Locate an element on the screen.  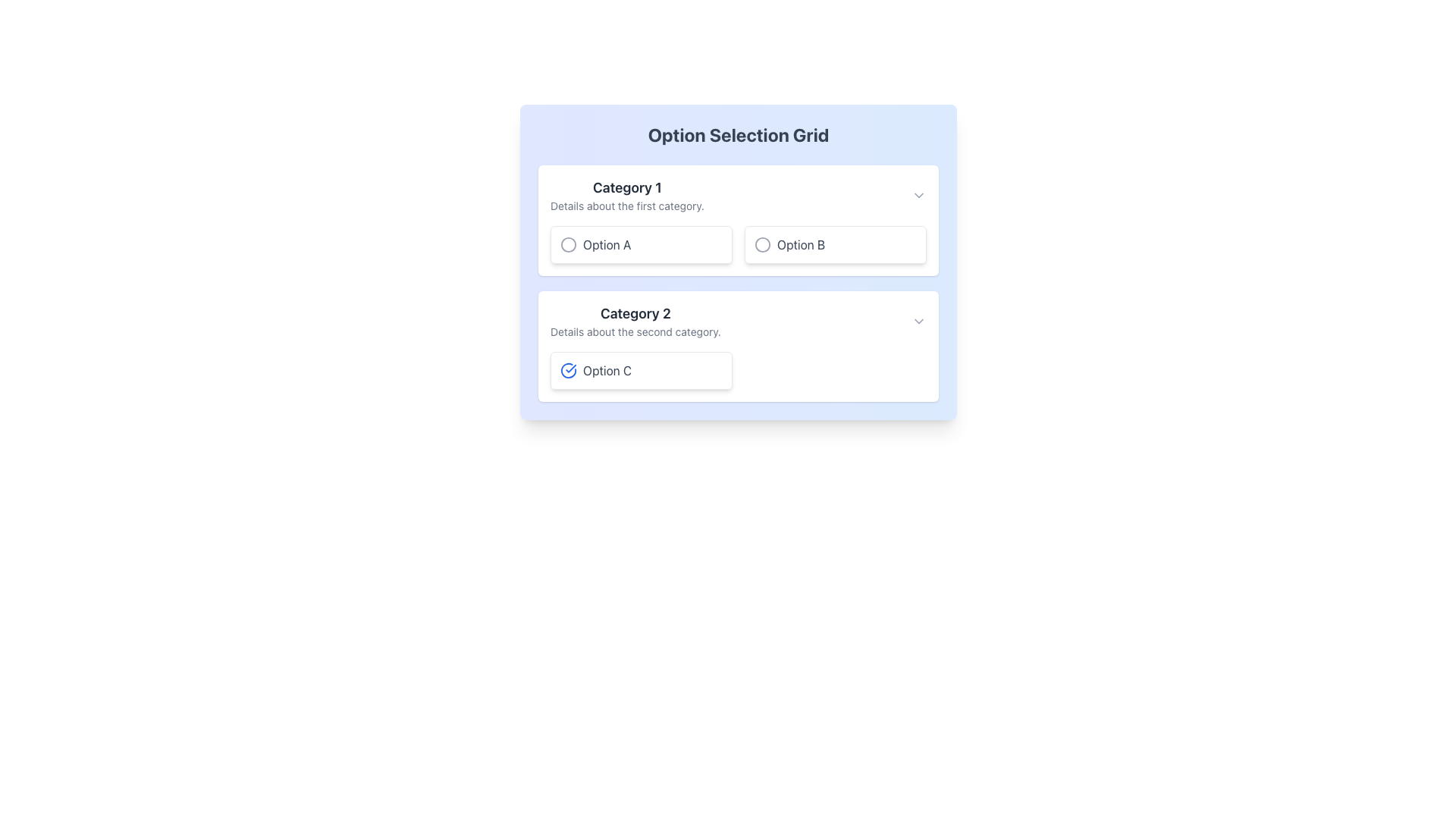
the unselected radio button located to the left of the label 'Option B' in the 'Category 1' group is located at coordinates (763, 244).